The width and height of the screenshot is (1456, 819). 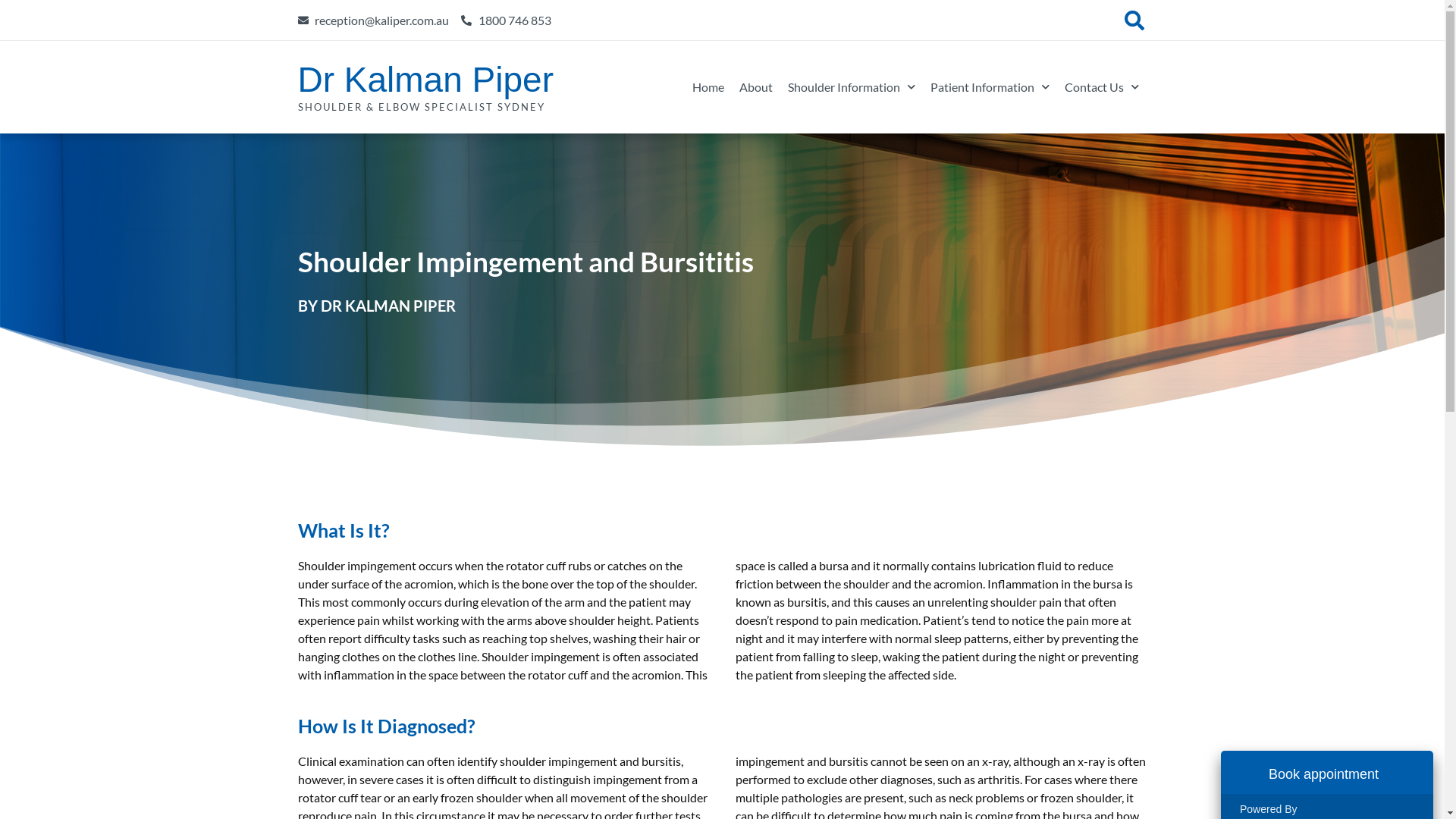 What do you see at coordinates (372, 20) in the screenshot?
I see `'reception@kaliper.com.au'` at bounding box center [372, 20].